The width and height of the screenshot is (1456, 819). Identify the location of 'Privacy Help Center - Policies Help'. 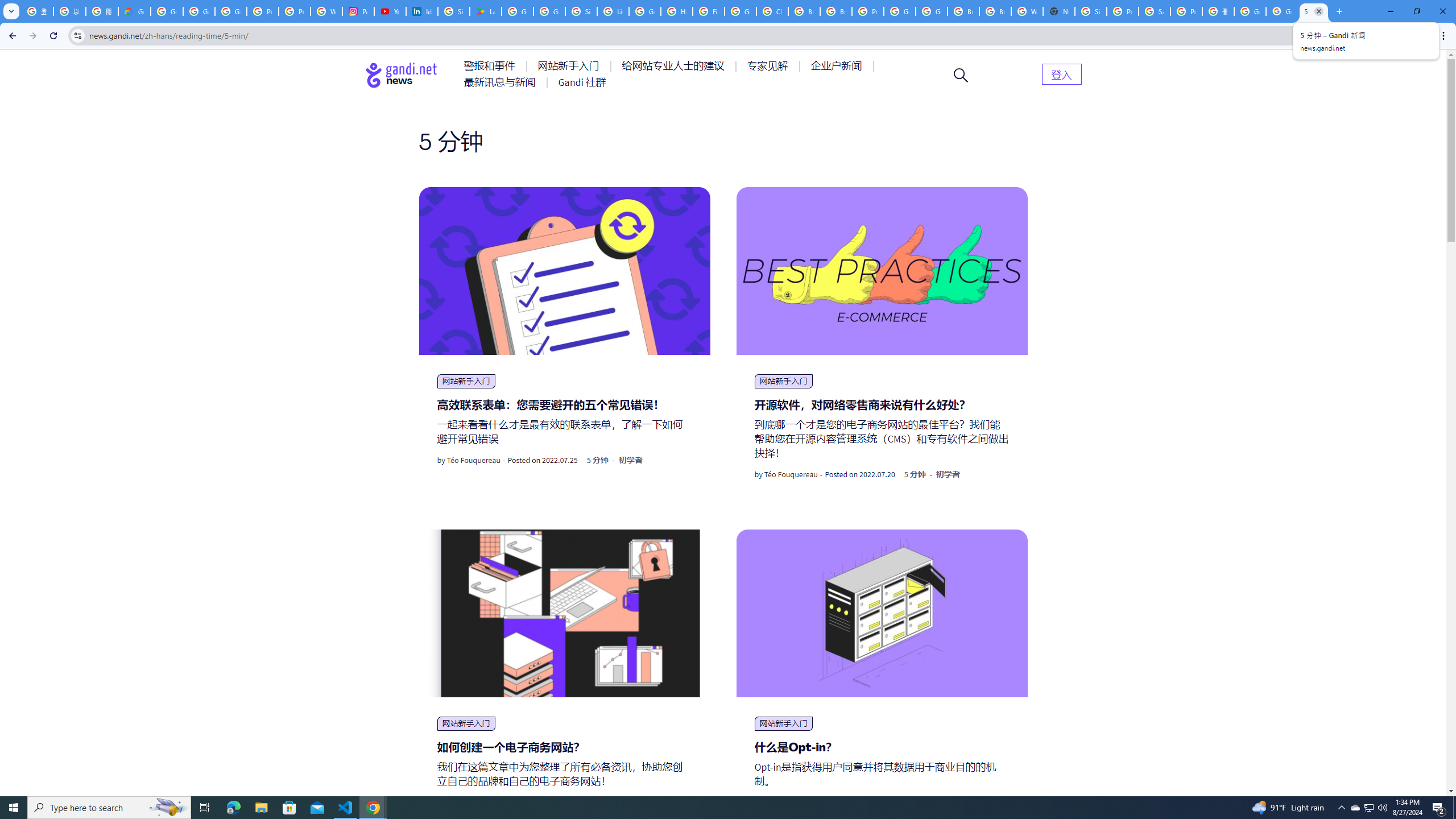
(294, 11).